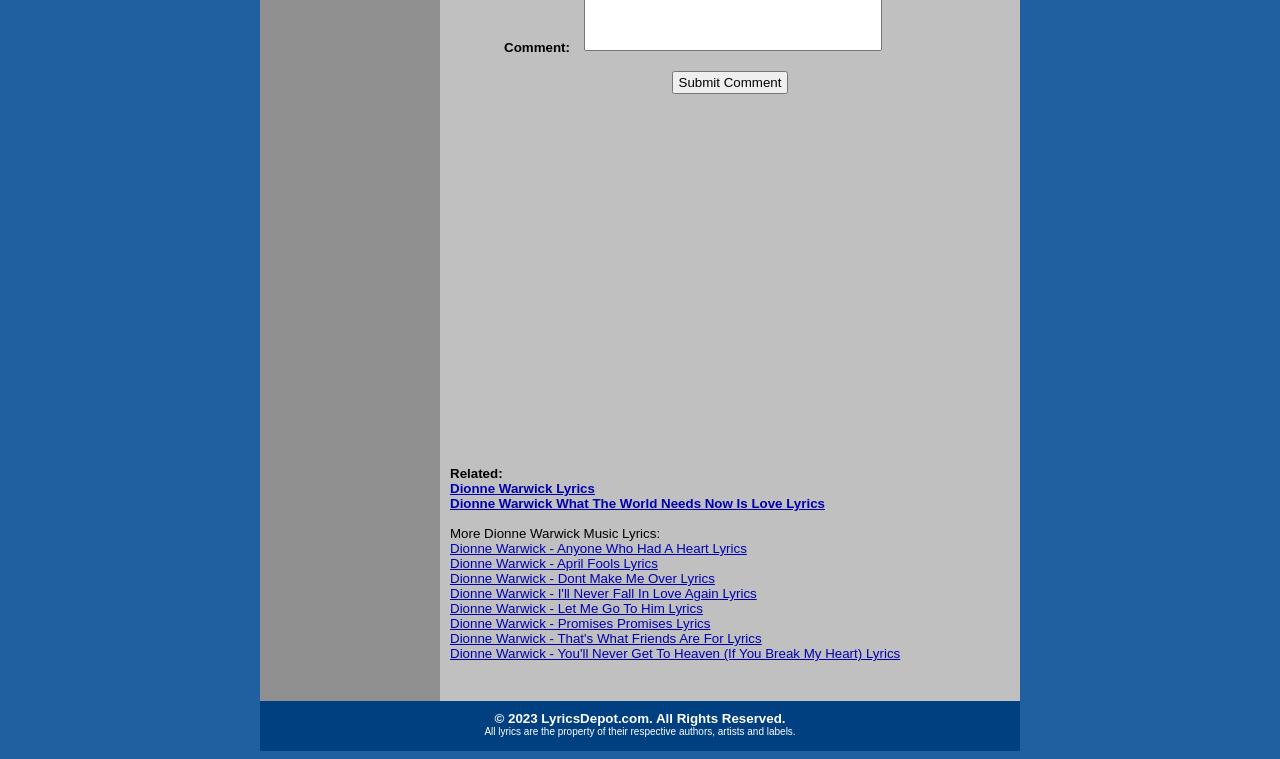 This screenshot has width=1280, height=759. What do you see at coordinates (536, 46) in the screenshot?
I see `'Comment:'` at bounding box center [536, 46].